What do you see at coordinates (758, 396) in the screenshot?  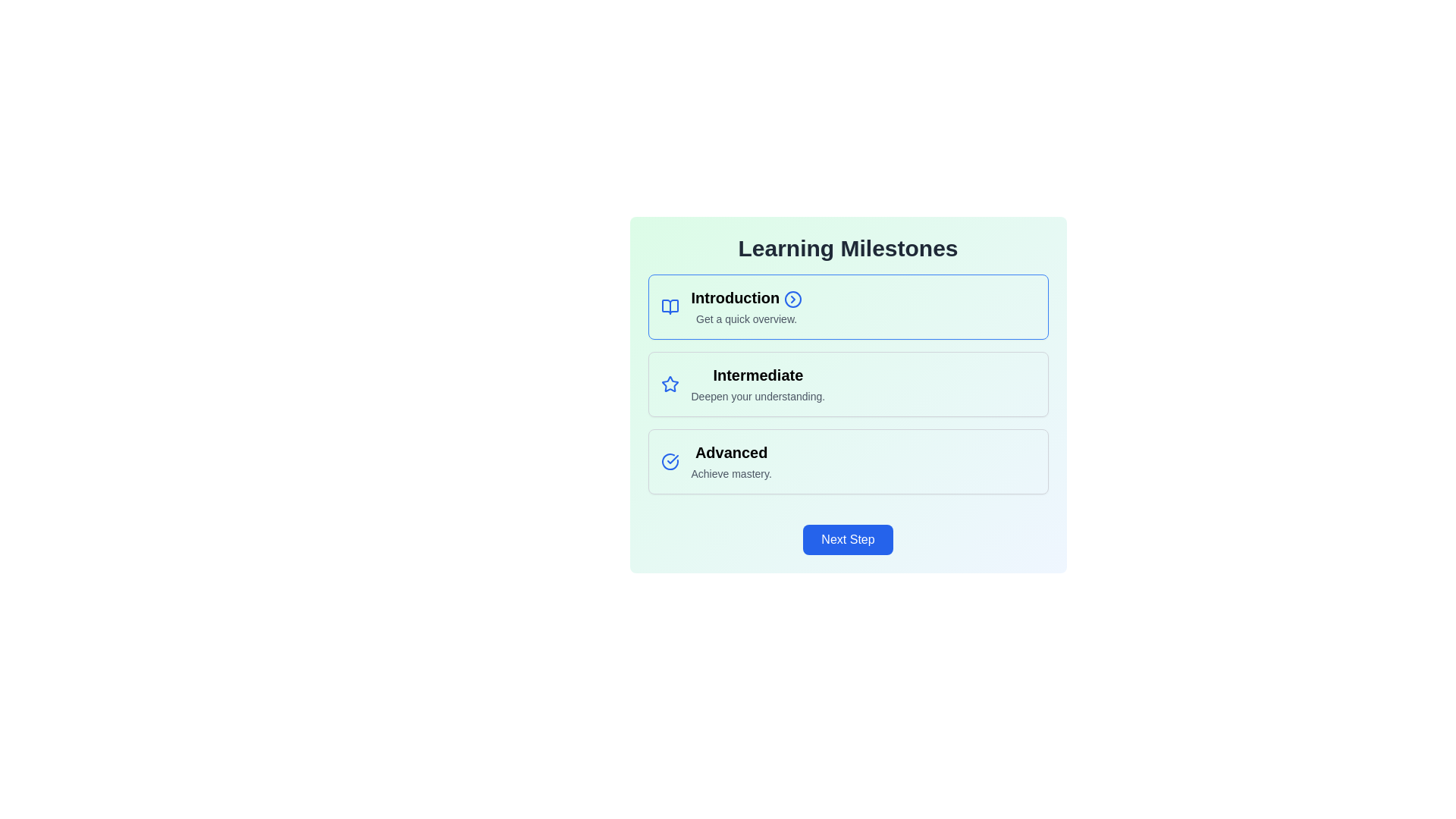 I see `the descriptive label located beneath the 'Intermediate' heading in the Learning Milestones section, as it may contain interactive elements` at bounding box center [758, 396].